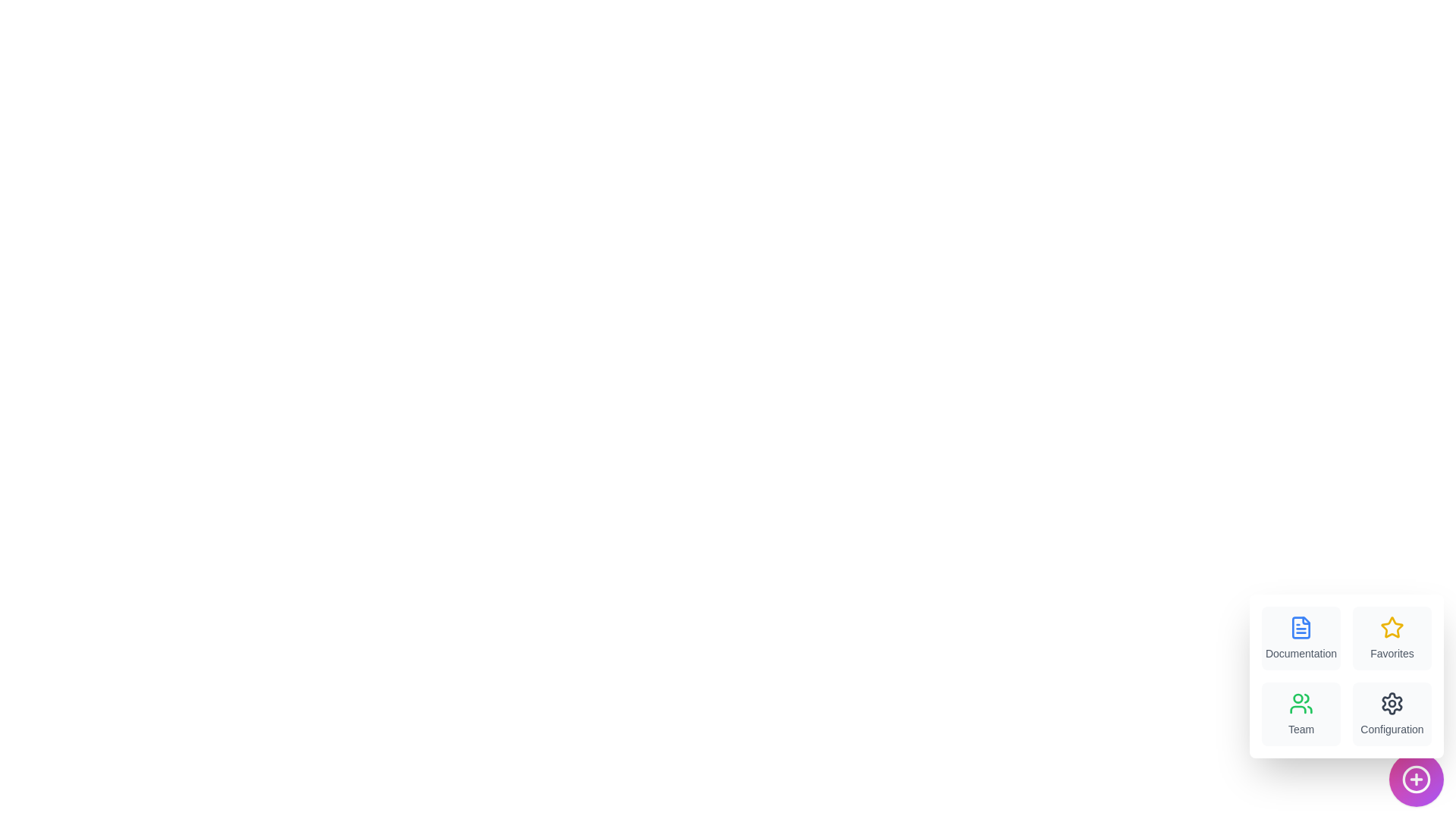 The image size is (1456, 819). Describe the element at coordinates (1392, 714) in the screenshot. I see `the menu item labeled Configuration to trigger its associated action` at that location.